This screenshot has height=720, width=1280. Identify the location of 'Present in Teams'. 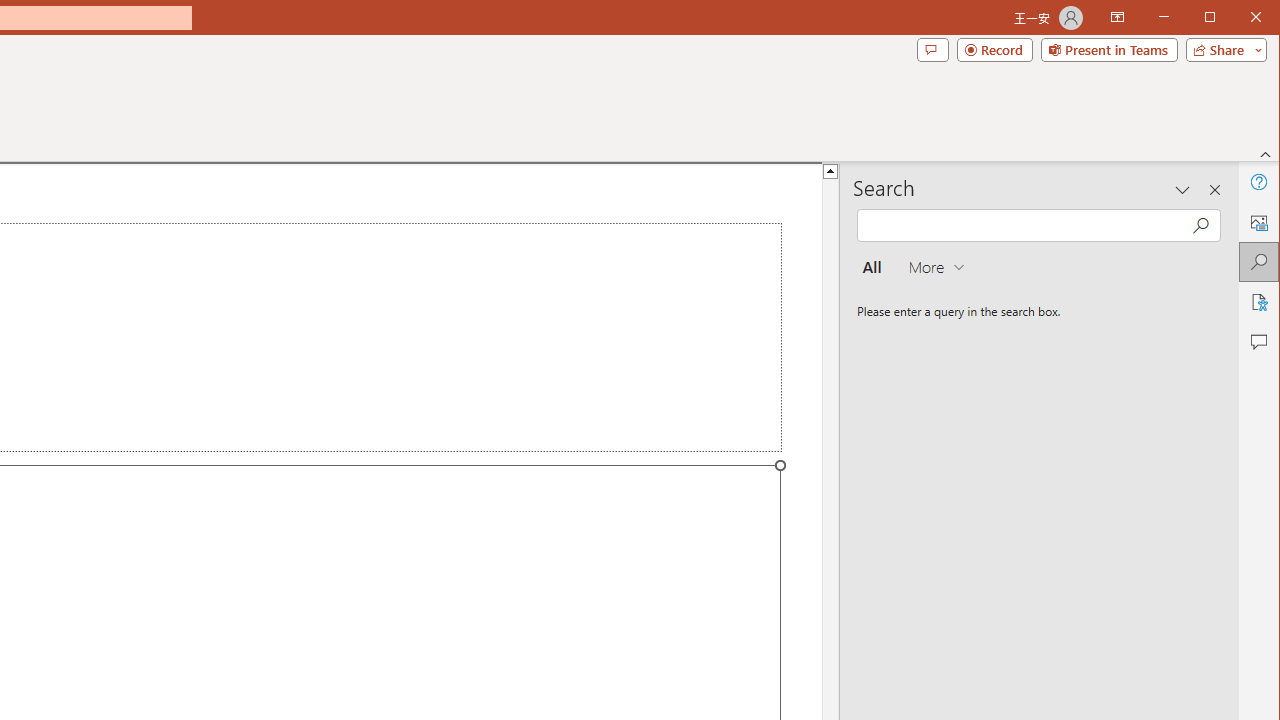
(1108, 49).